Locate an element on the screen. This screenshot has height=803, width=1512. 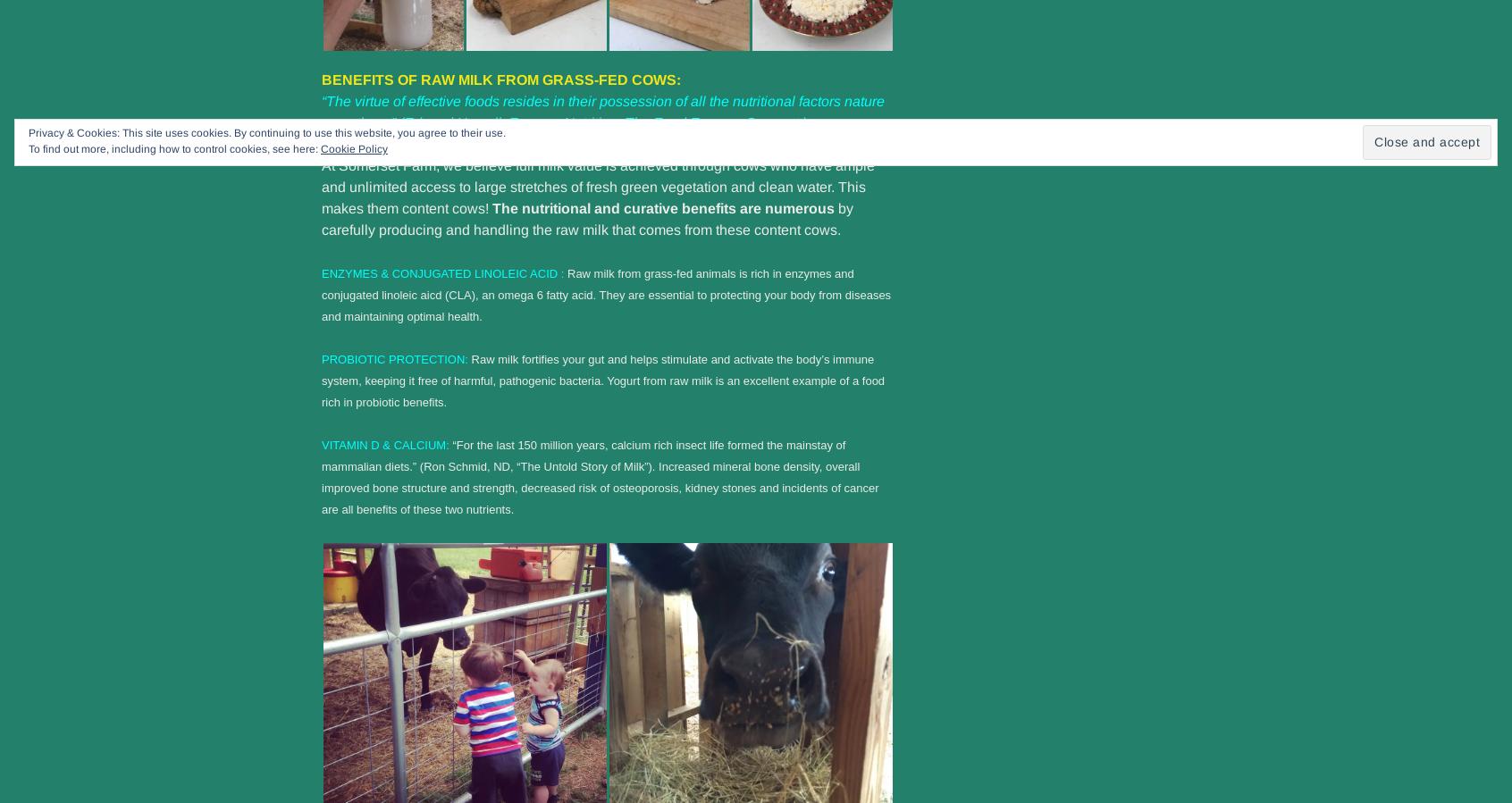
'Cookie Policy' is located at coordinates (321, 149).